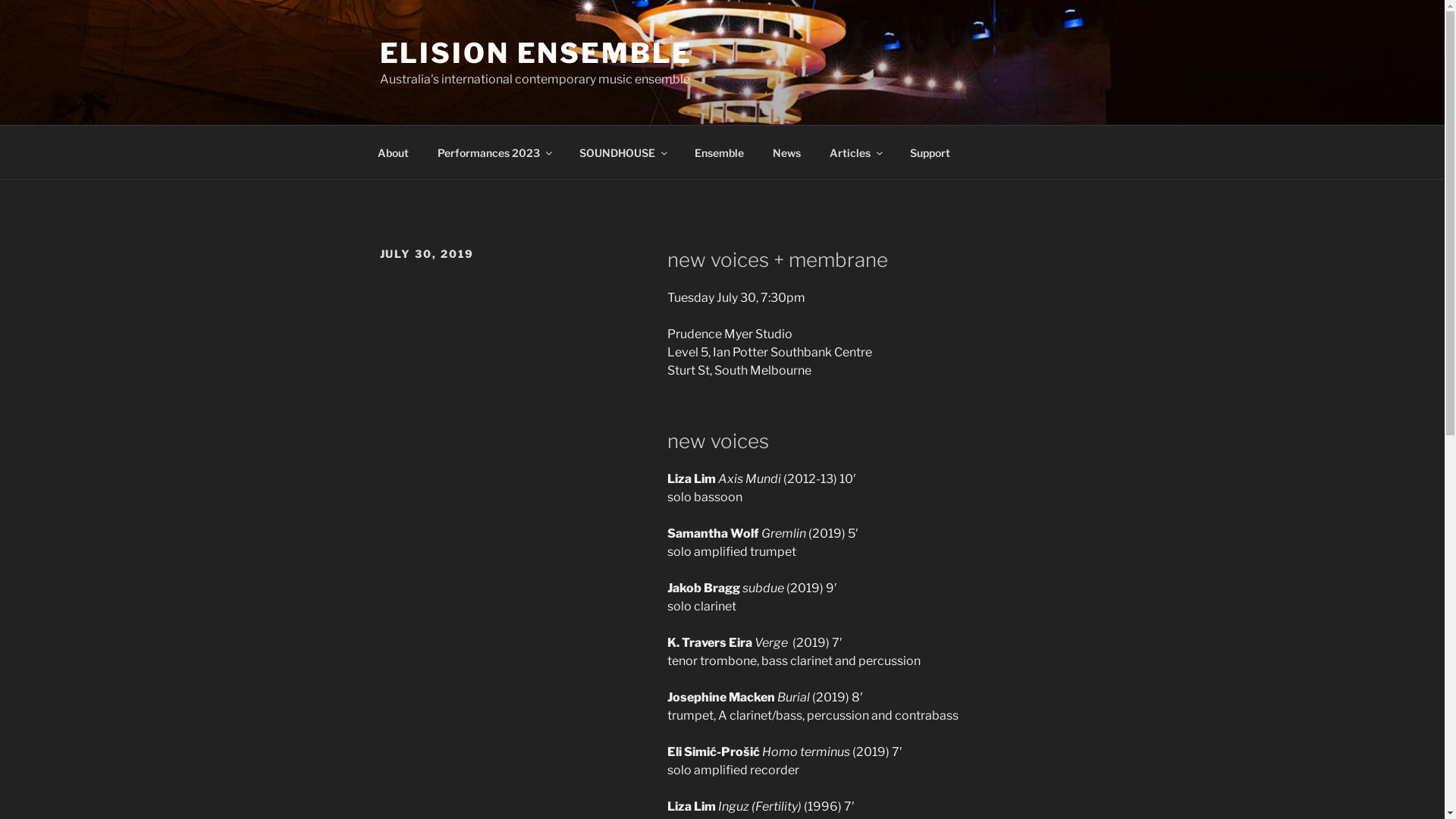 This screenshot has height=819, width=1456. Describe the element at coordinates (855, 152) in the screenshot. I see `'Articles'` at that location.